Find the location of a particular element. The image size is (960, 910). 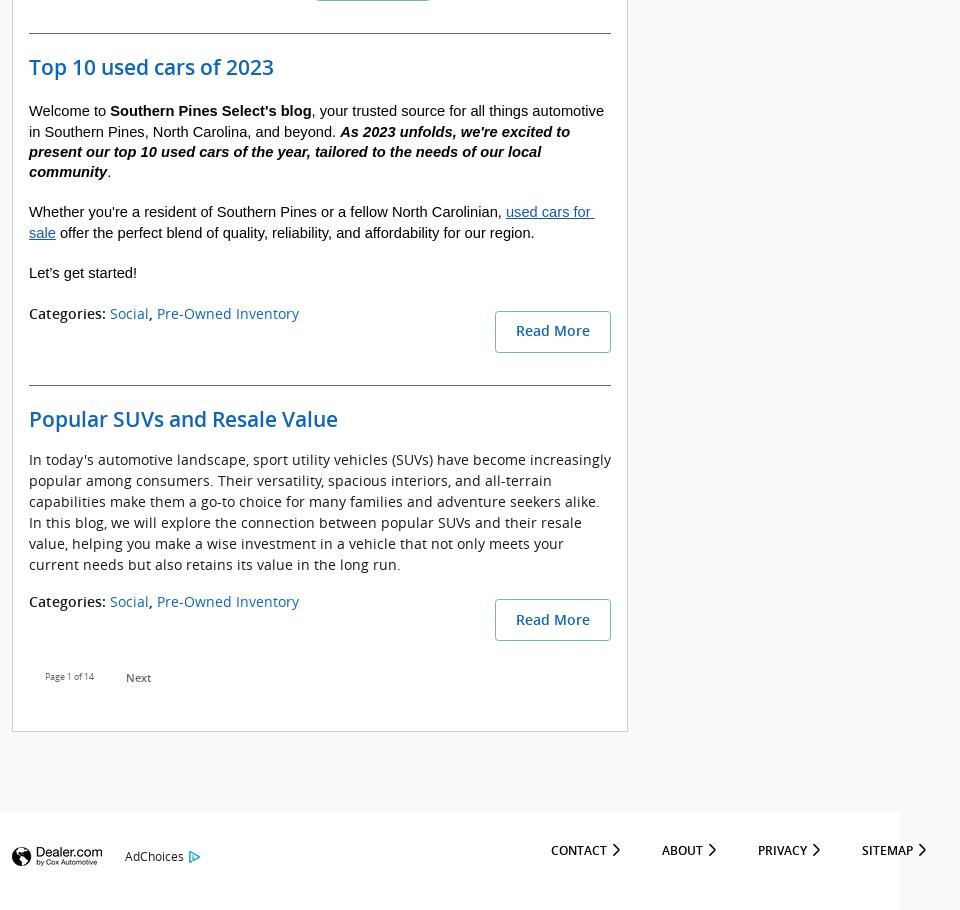

'As 2023 unfolds, we're excited to present our top 10 used cars of the year, tailored to the needs of our local community' is located at coordinates (301, 150).